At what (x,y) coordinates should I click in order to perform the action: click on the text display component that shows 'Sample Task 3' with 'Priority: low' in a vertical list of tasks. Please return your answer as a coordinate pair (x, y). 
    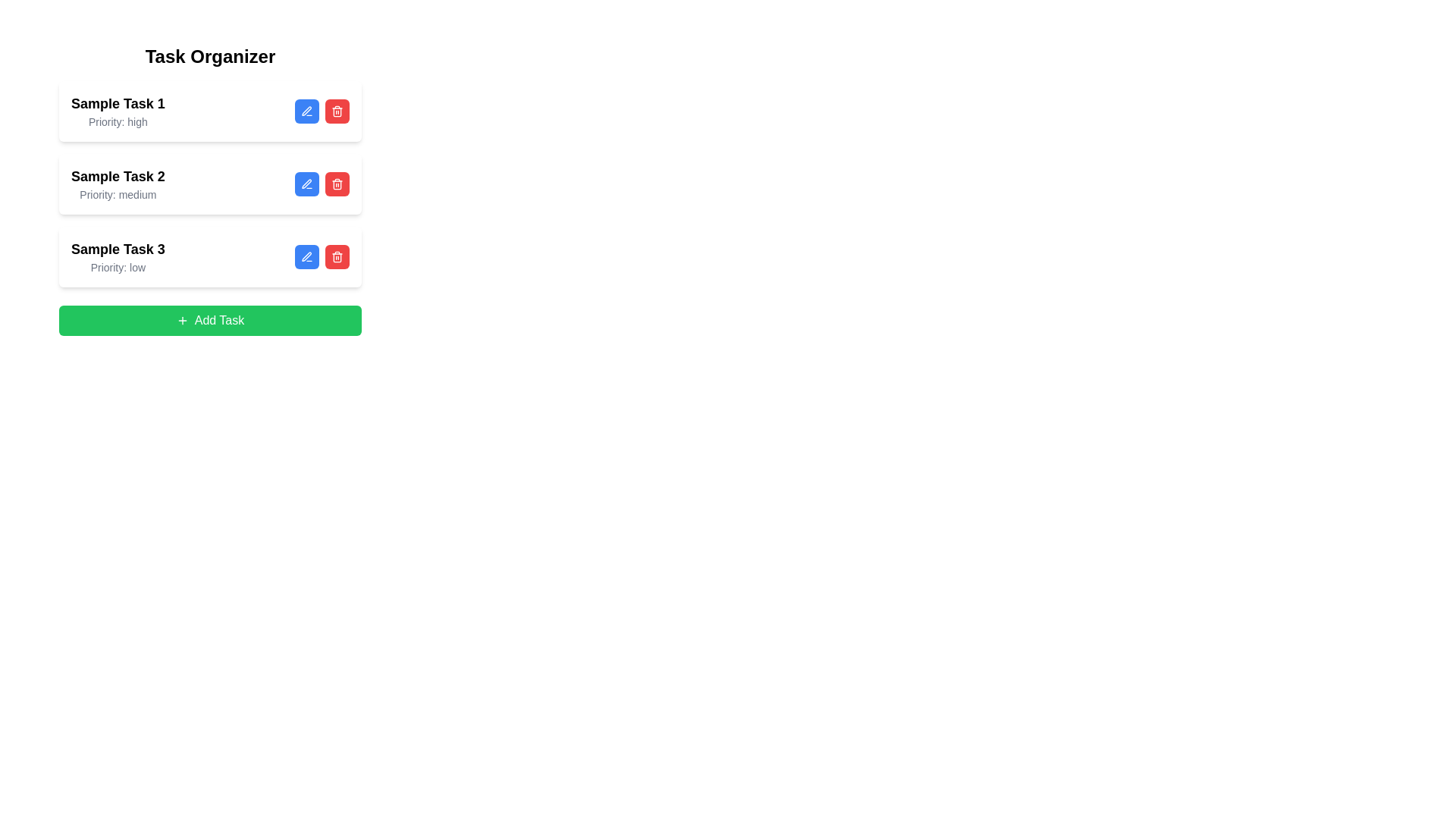
    Looking at the image, I should click on (117, 256).